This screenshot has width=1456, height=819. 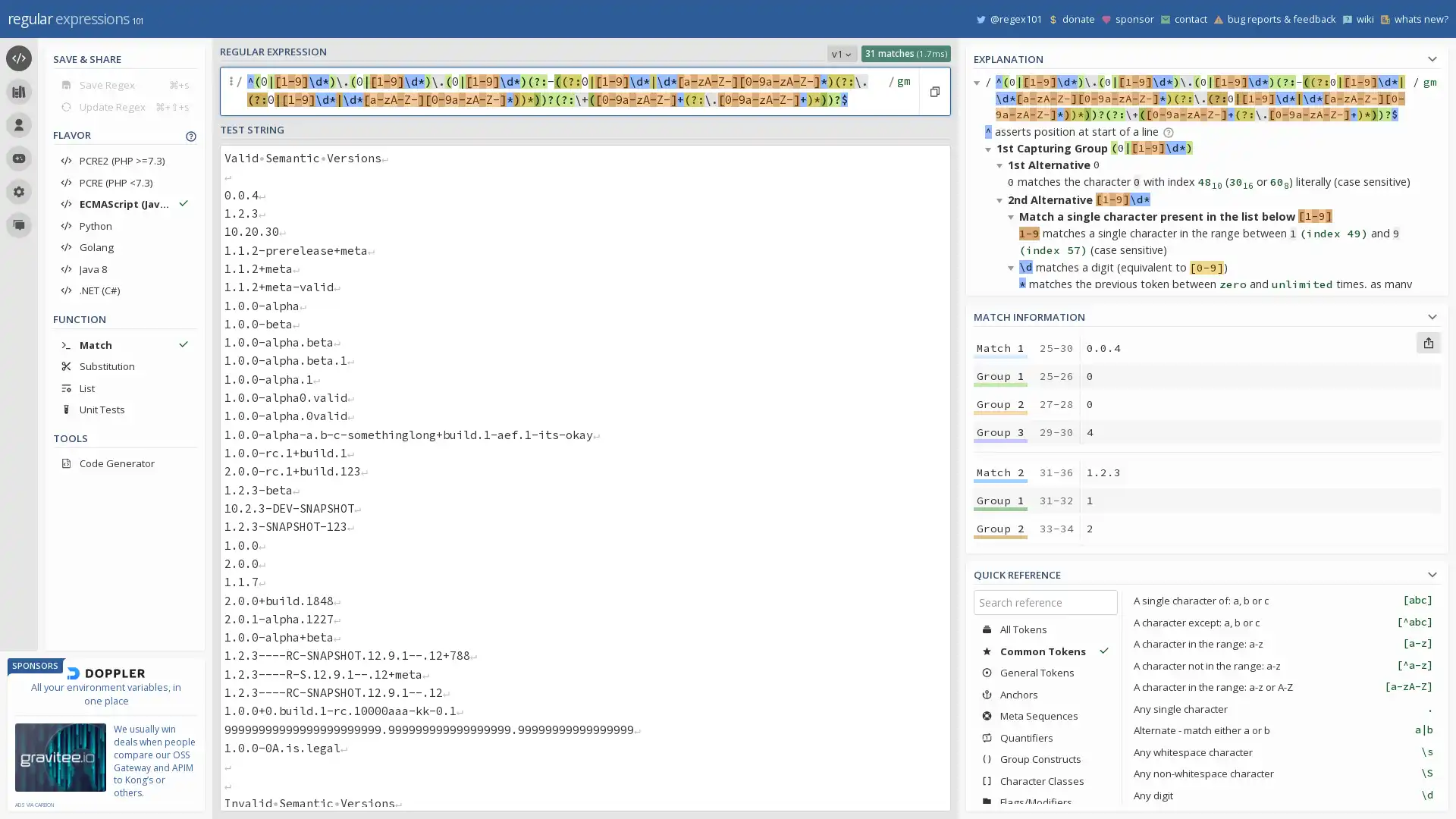 I want to click on Alternate - match either a or b a|b, so click(x=1282, y=730).